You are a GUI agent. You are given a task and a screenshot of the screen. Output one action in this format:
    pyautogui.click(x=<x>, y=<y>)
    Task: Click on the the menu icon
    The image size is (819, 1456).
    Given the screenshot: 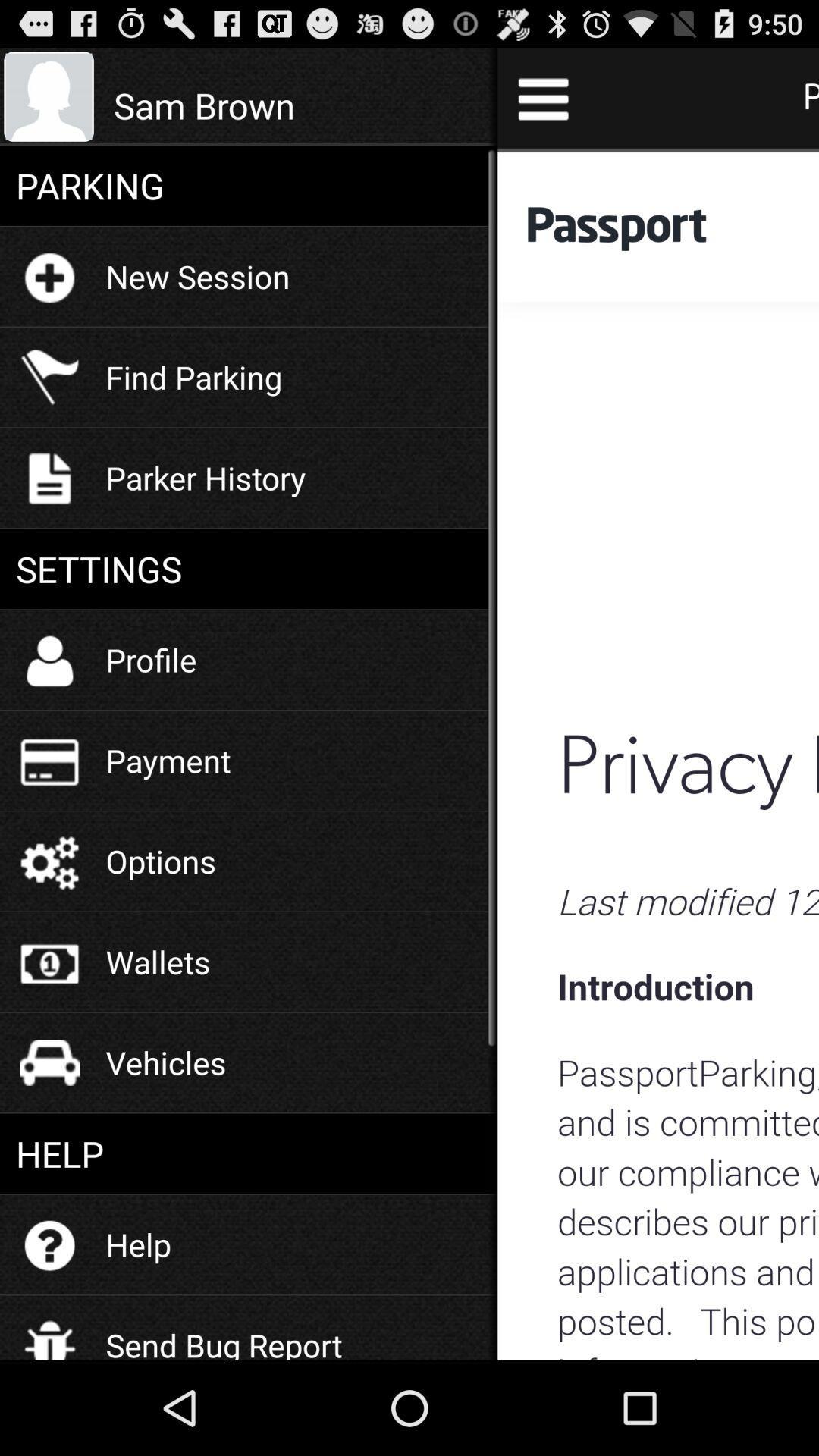 What is the action you would take?
    pyautogui.click(x=542, y=104)
    